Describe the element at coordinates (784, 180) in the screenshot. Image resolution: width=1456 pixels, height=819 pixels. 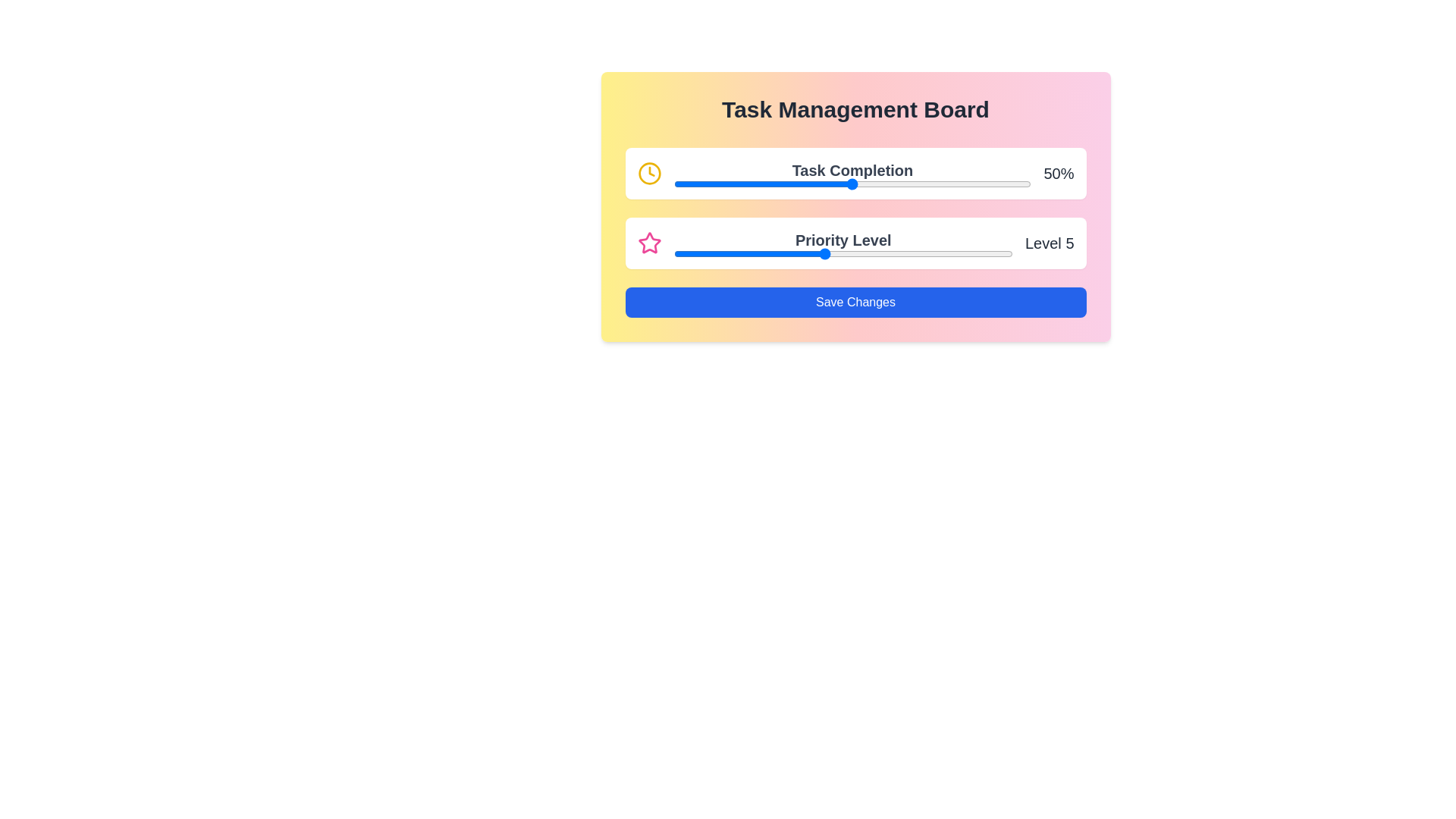
I see `task completion` at that location.